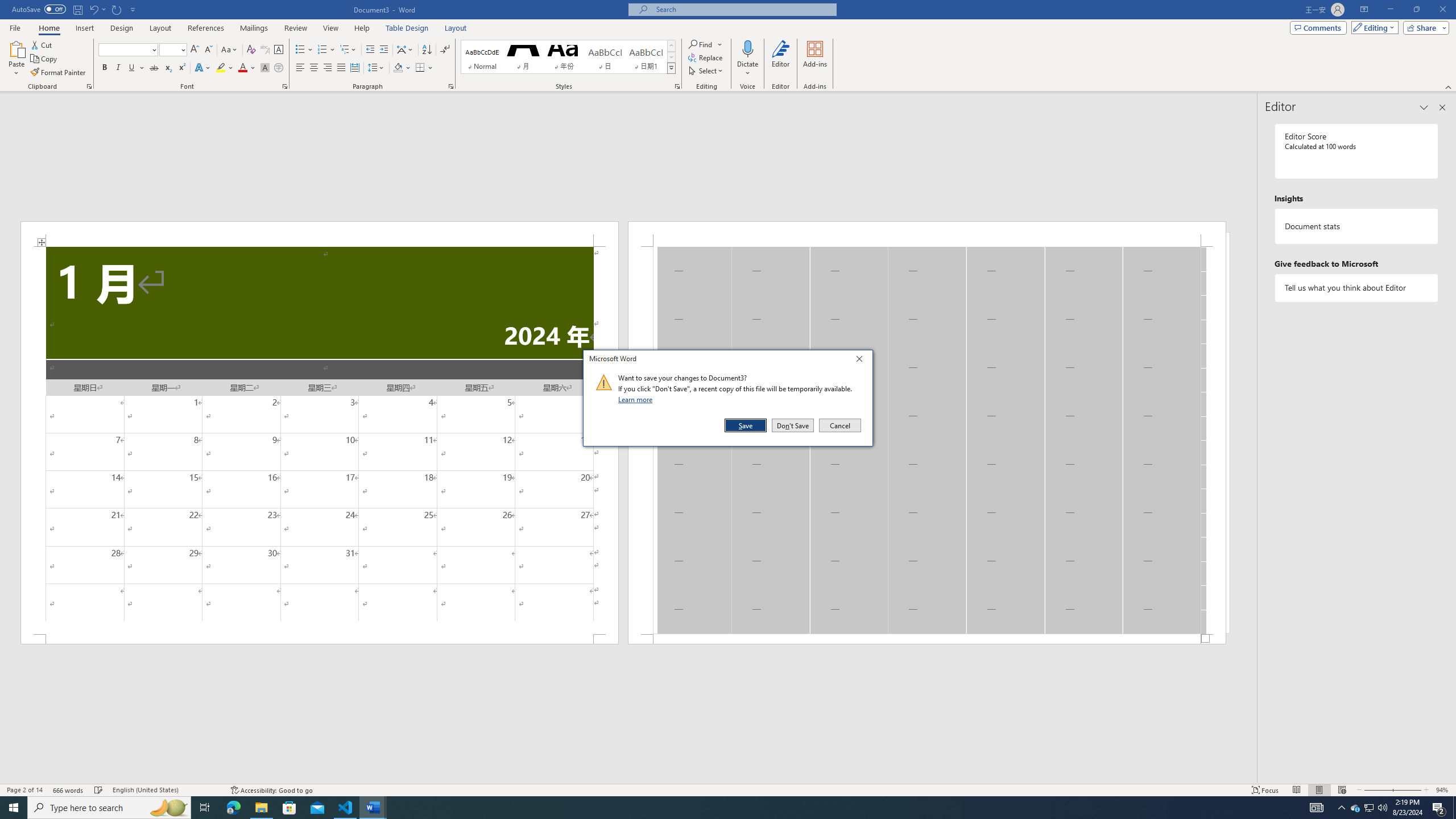 This screenshot has height=819, width=1456. What do you see at coordinates (717, 806) in the screenshot?
I see `'Running applications'` at bounding box center [717, 806].